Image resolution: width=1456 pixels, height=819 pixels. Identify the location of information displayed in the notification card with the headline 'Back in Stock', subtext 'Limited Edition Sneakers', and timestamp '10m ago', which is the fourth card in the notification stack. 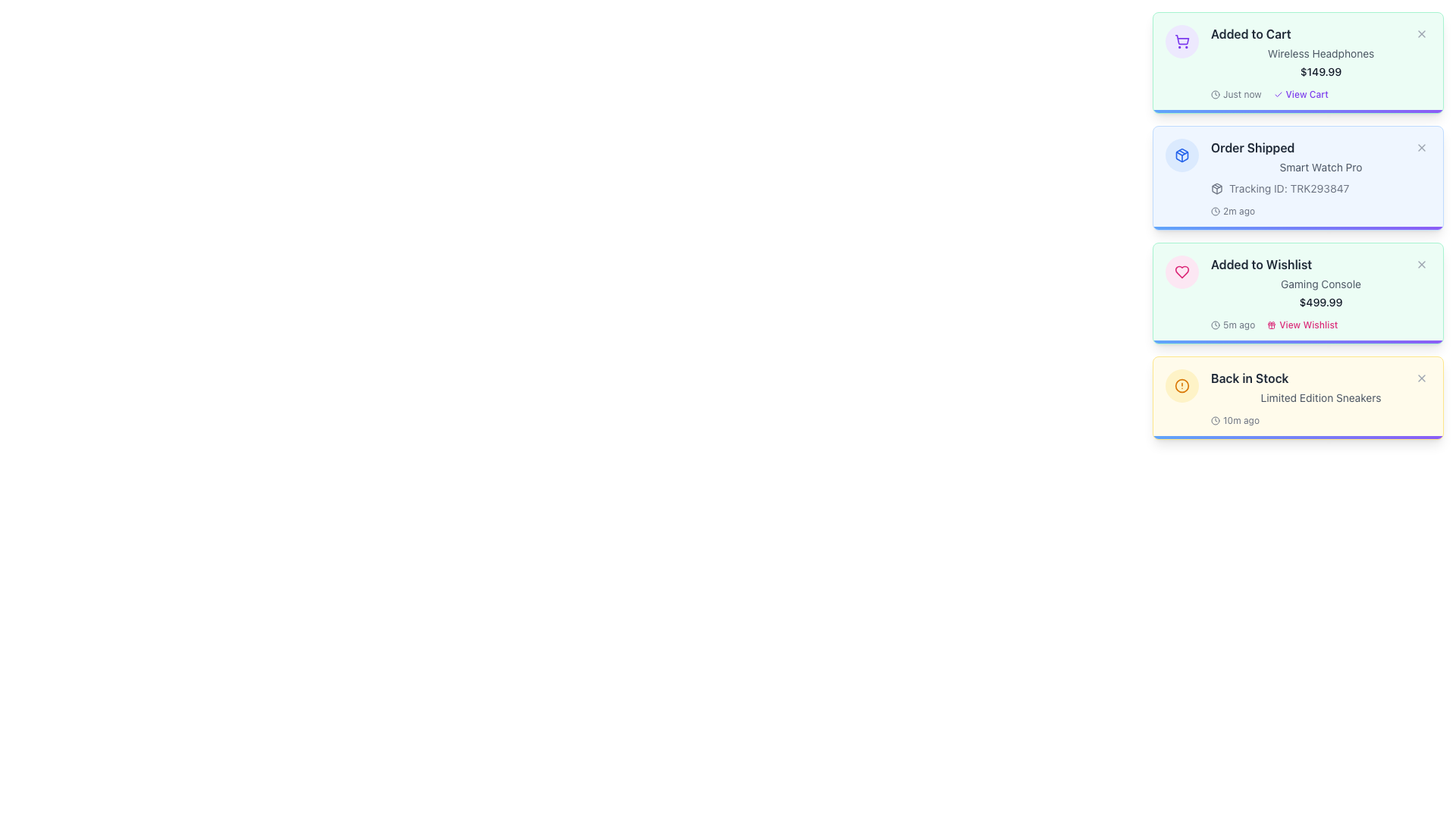
(1320, 397).